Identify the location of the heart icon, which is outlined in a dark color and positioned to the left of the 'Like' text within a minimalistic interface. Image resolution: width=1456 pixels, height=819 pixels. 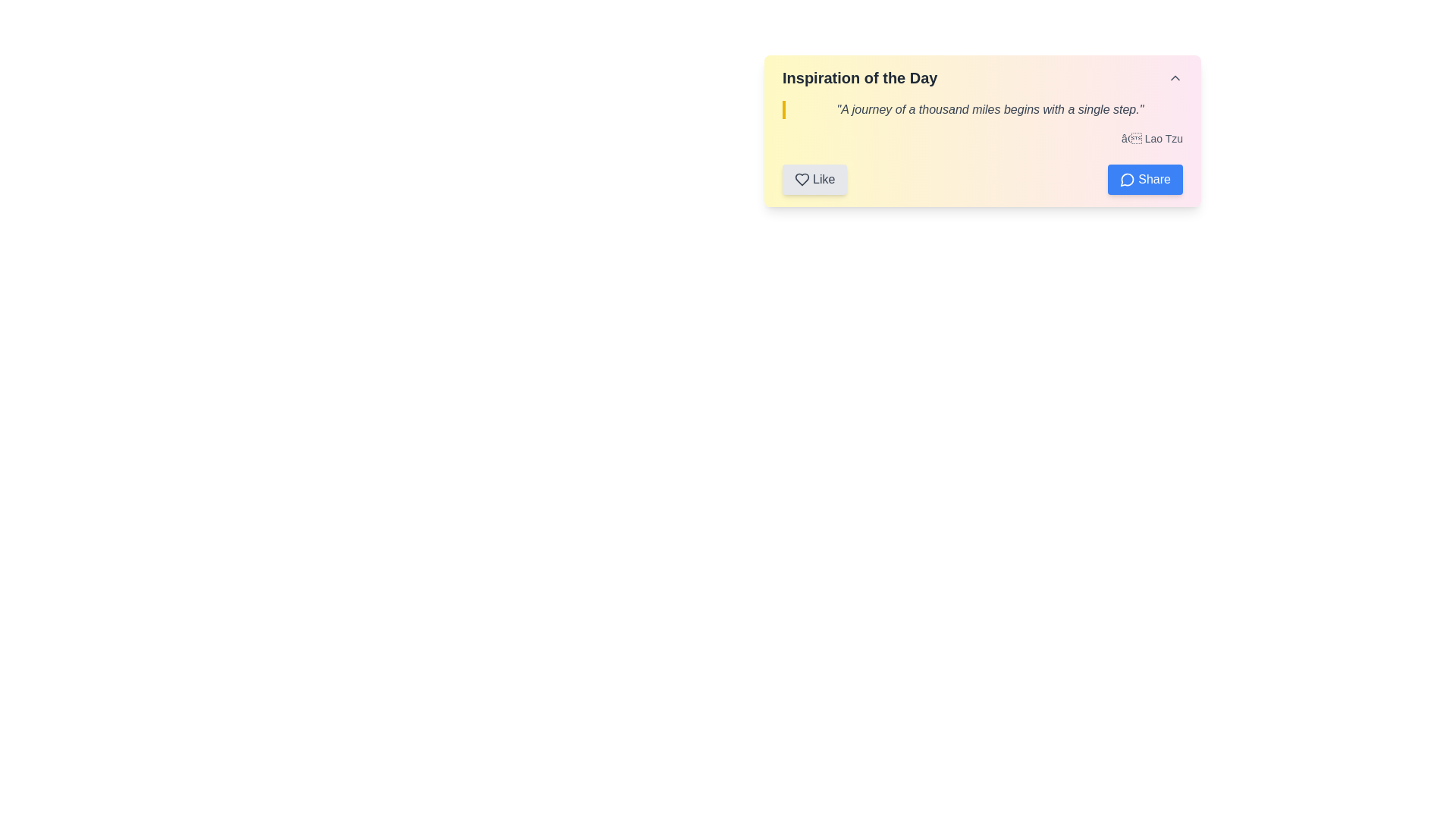
(801, 178).